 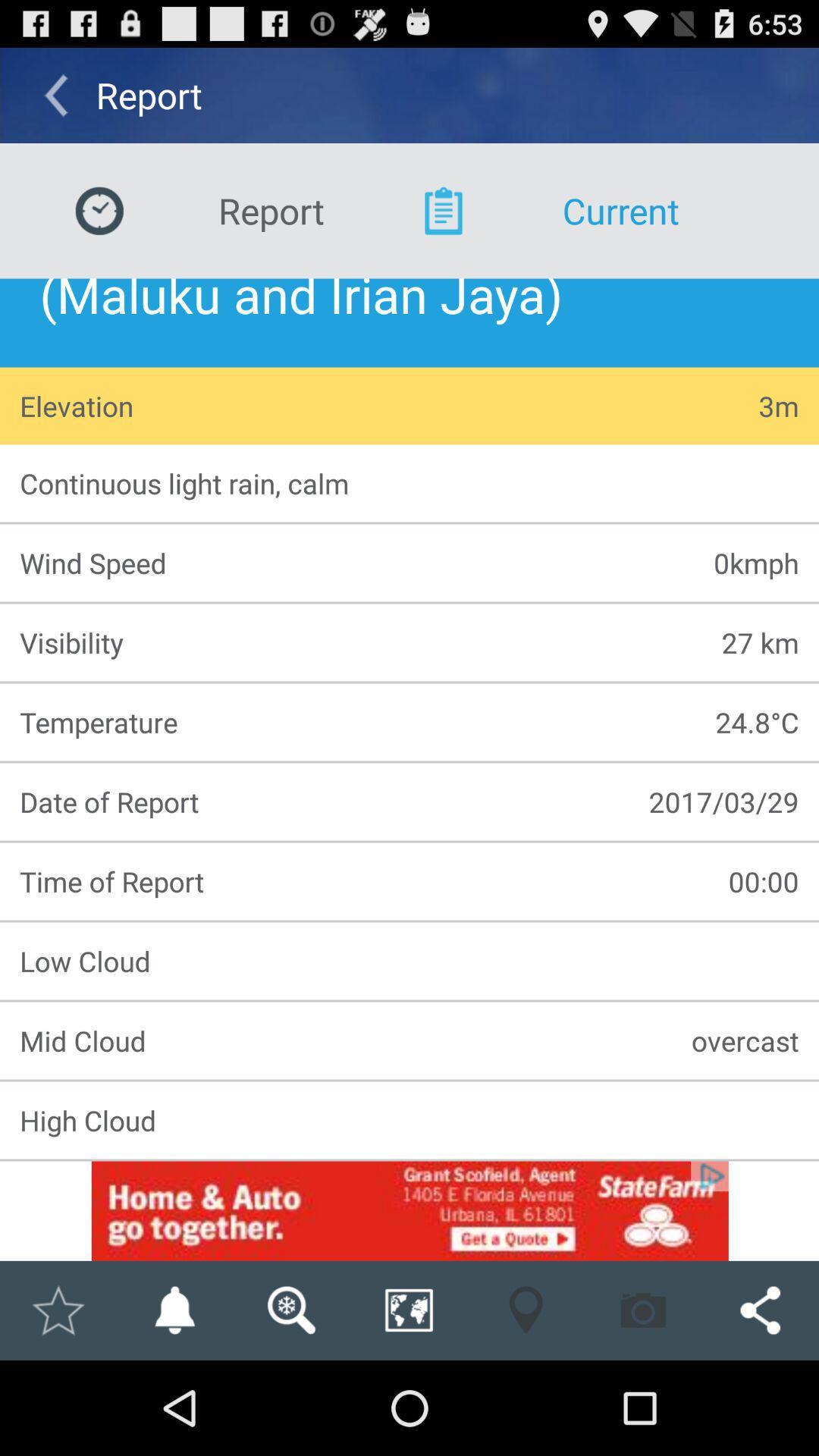 What do you see at coordinates (643, 1310) in the screenshot?
I see `camera page` at bounding box center [643, 1310].